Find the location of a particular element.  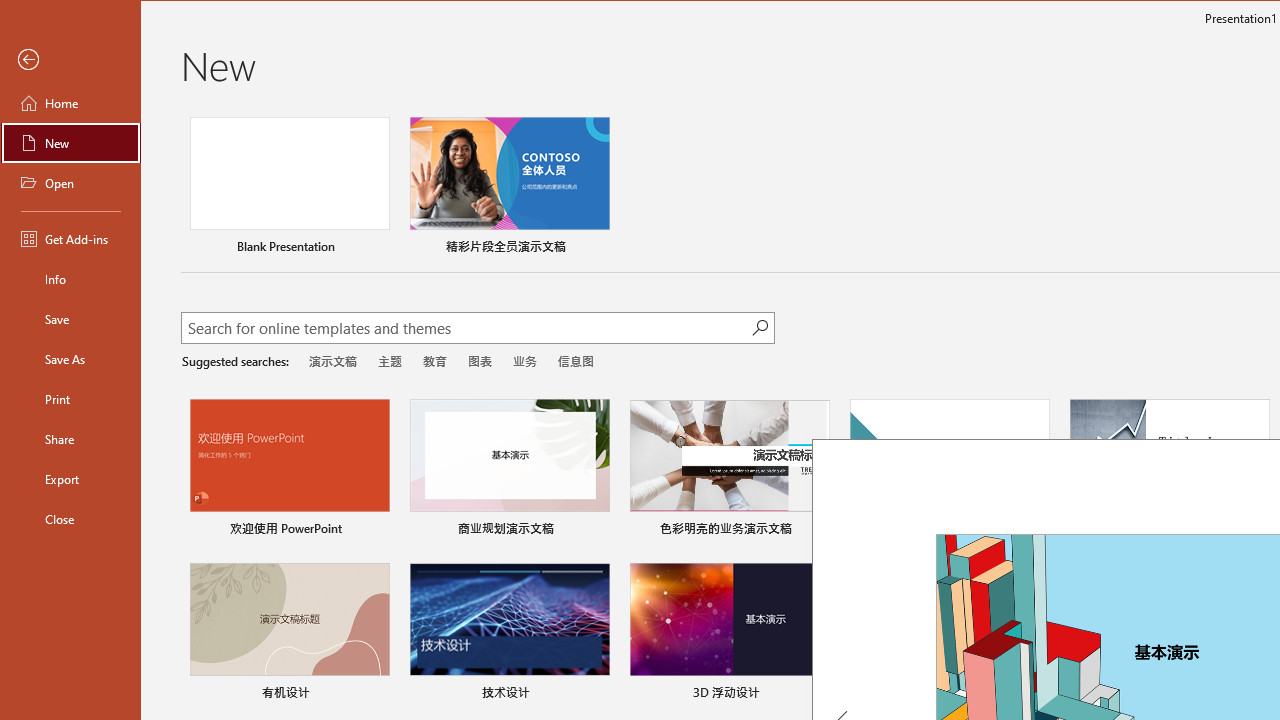

'Save As' is located at coordinates (71, 357).